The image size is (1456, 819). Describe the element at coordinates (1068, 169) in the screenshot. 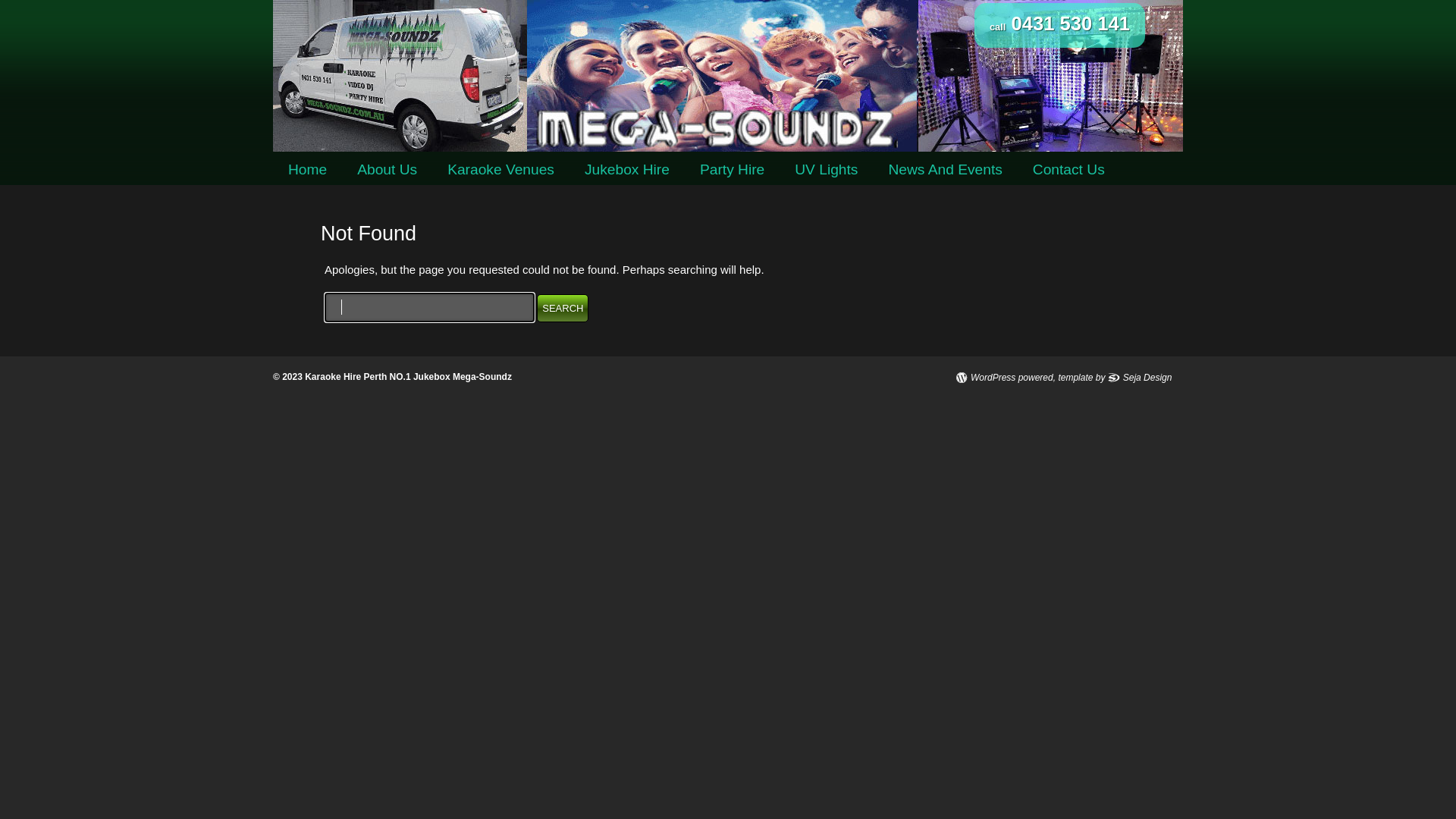

I see `'Contact Us'` at that location.